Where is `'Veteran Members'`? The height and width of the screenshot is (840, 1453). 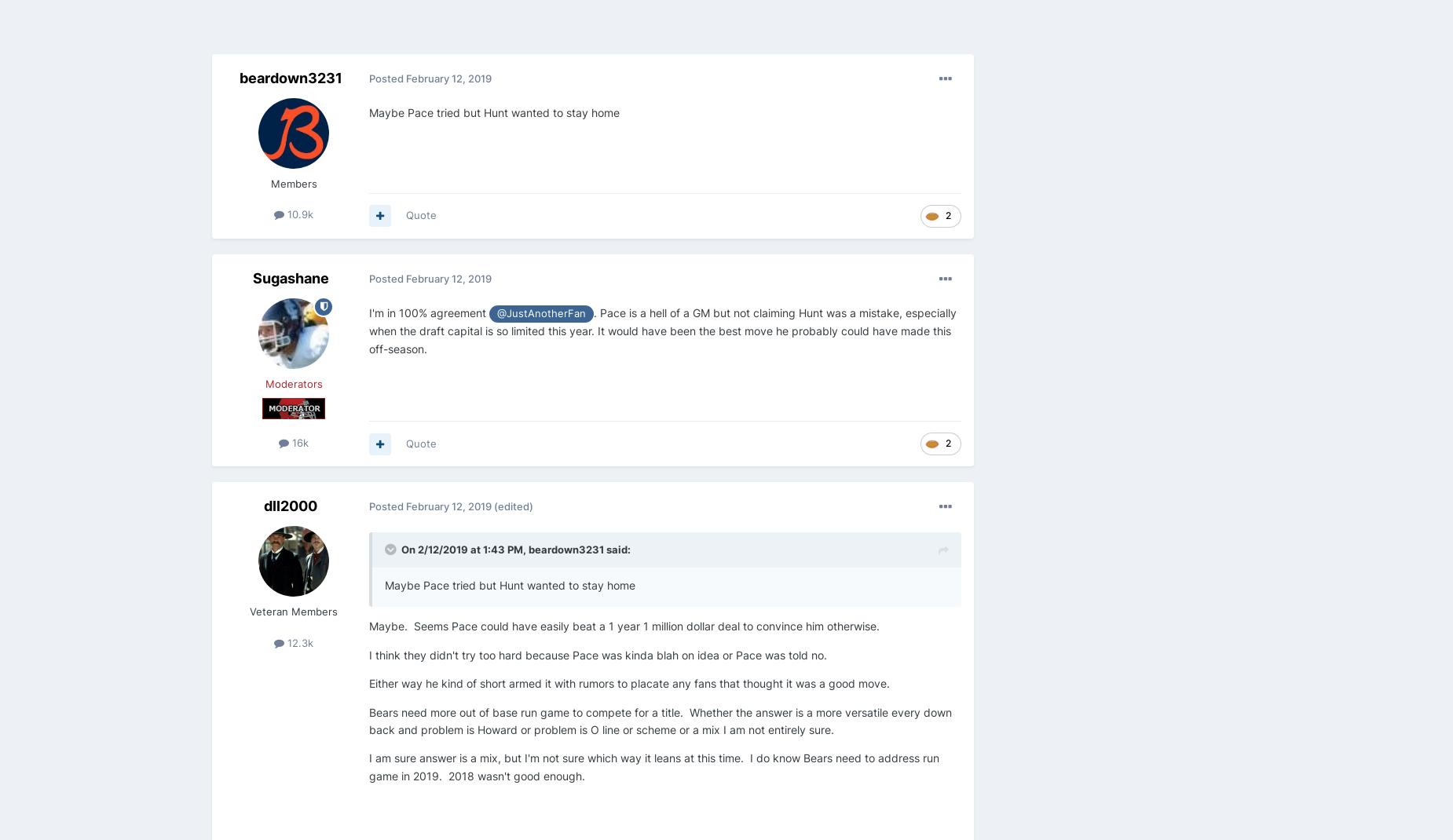
'Veteran Members' is located at coordinates (249, 610).